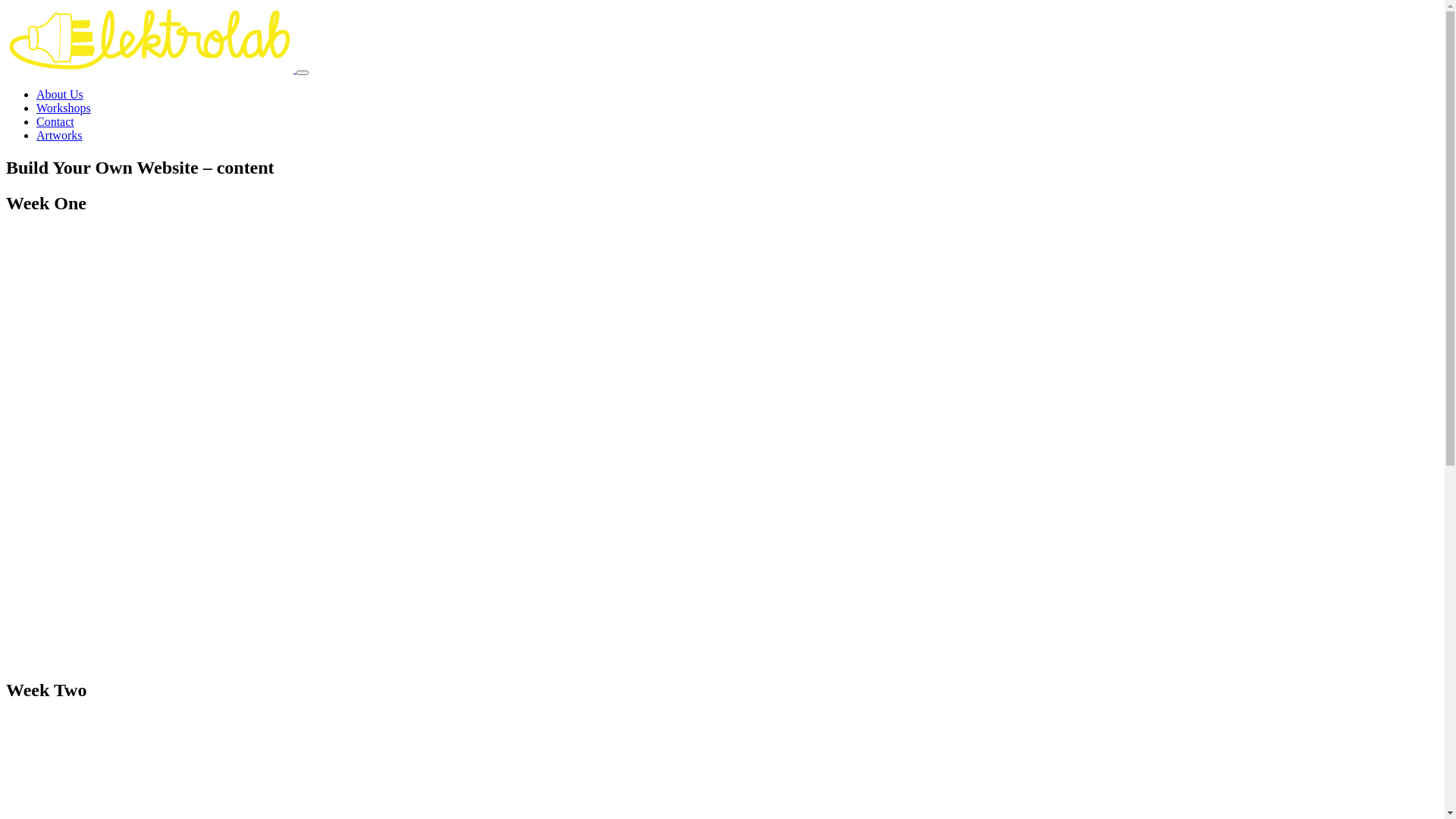 The image size is (1456, 819). What do you see at coordinates (62, 107) in the screenshot?
I see `'Workshops'` at bounding box center [62, 107].